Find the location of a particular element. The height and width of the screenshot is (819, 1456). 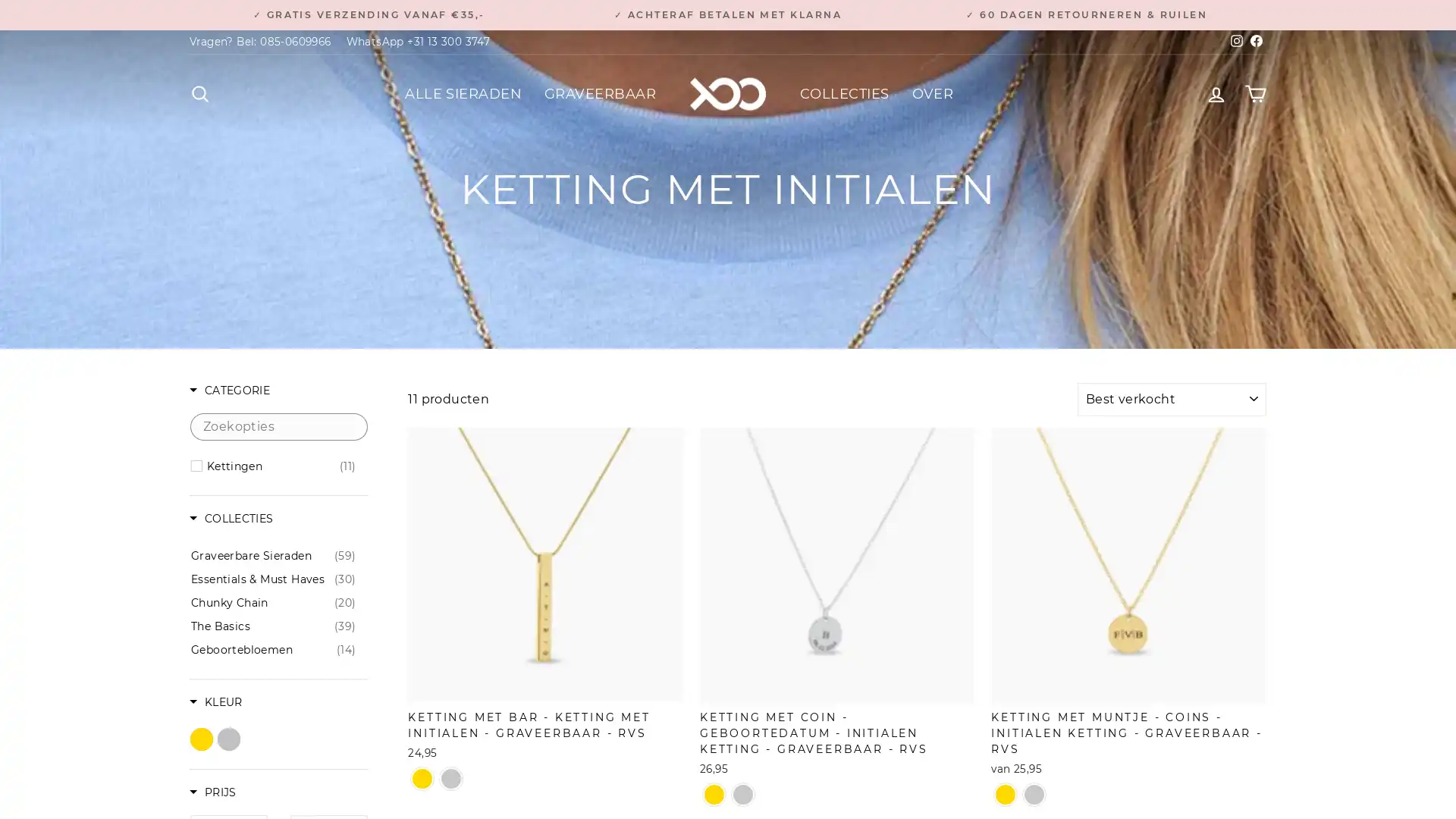

Filter by Categorie is located at coordinates (228, 391).